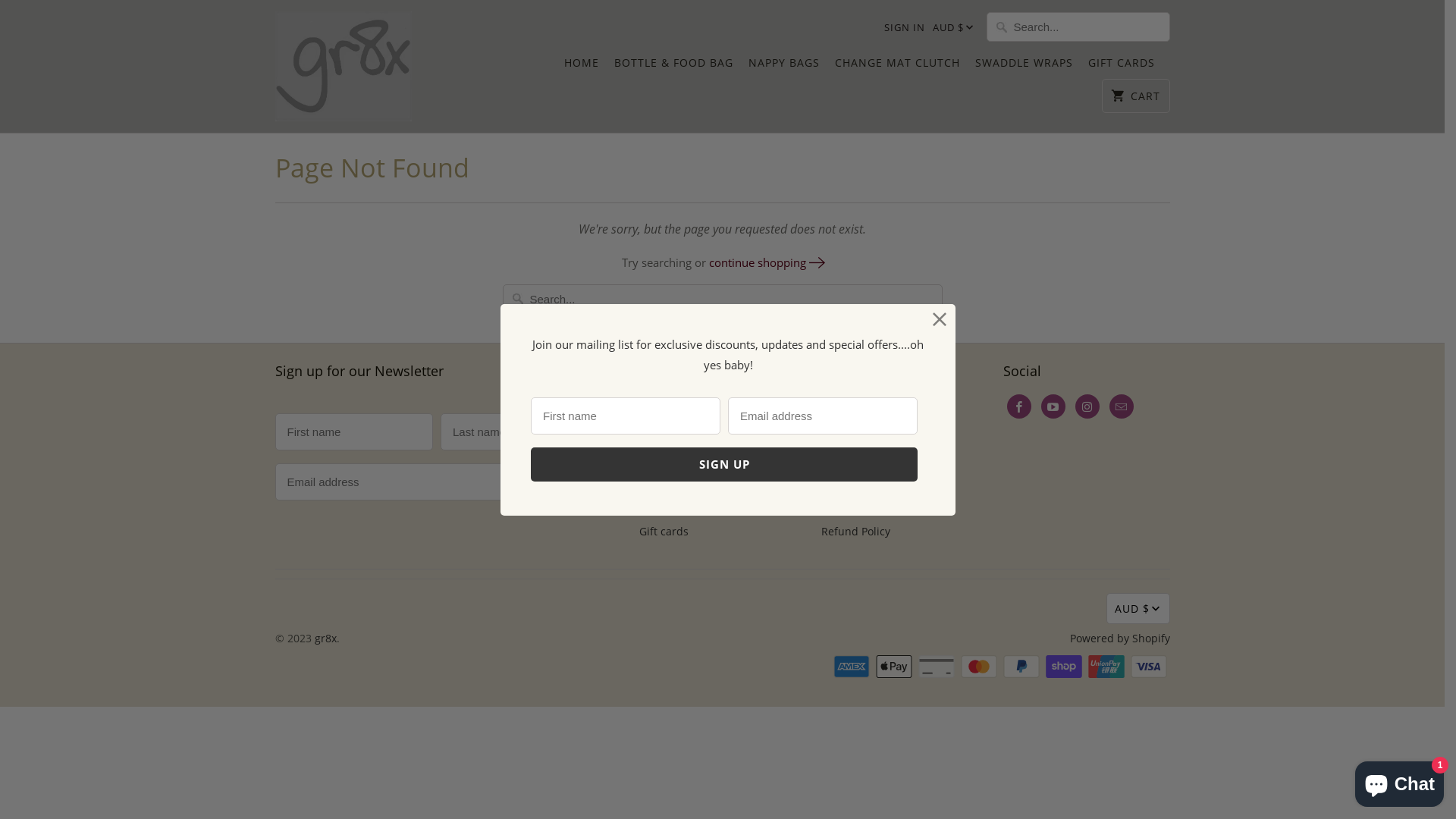  Describe the element at coordinates (1102, 96) in the screenshot. I see `'CART'` at that location.